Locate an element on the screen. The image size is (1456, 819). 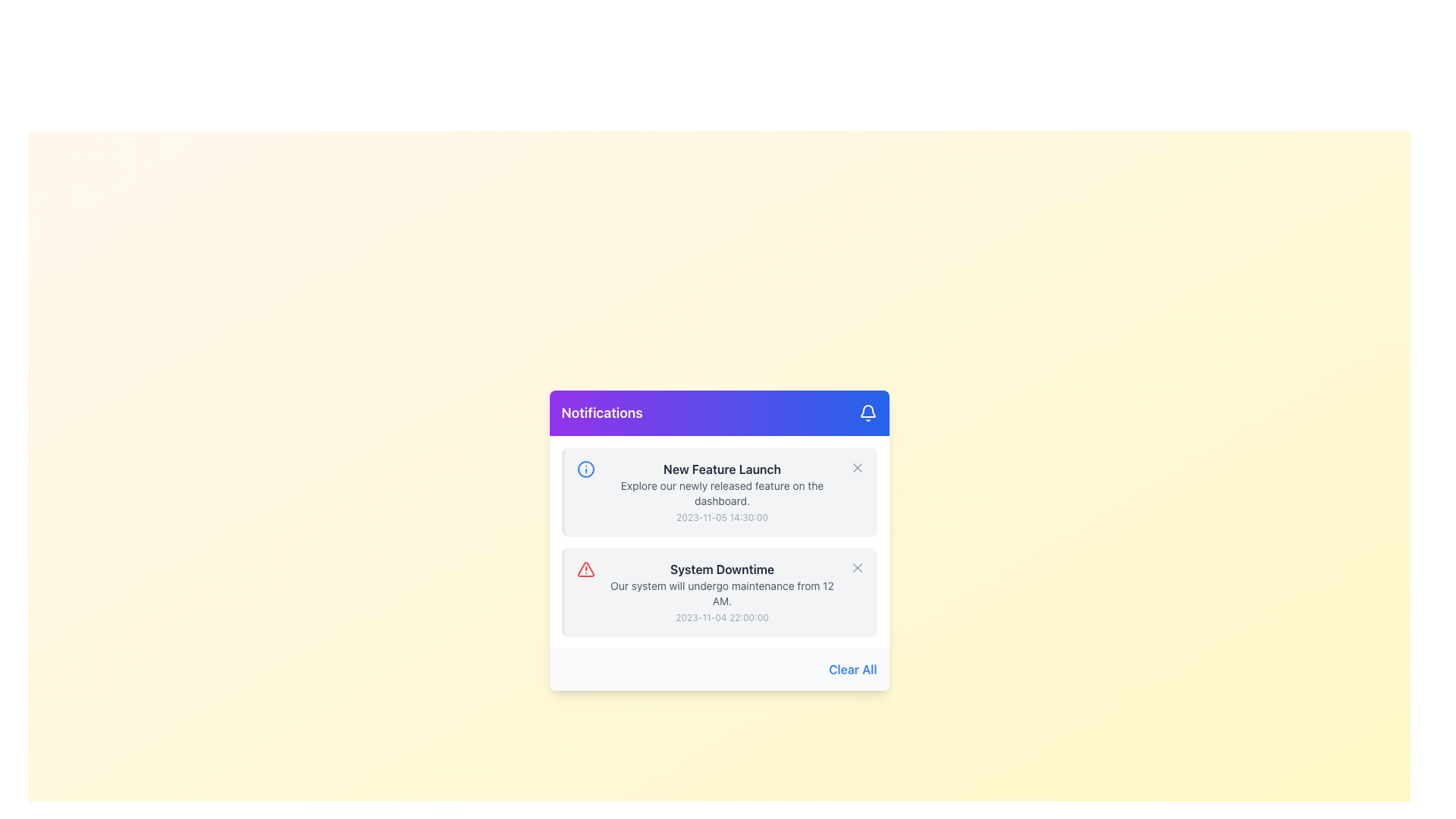
the close button located at the top-right corner of the 'New Feature Launch' notification card to change its color is located at coordinates (857, 467).